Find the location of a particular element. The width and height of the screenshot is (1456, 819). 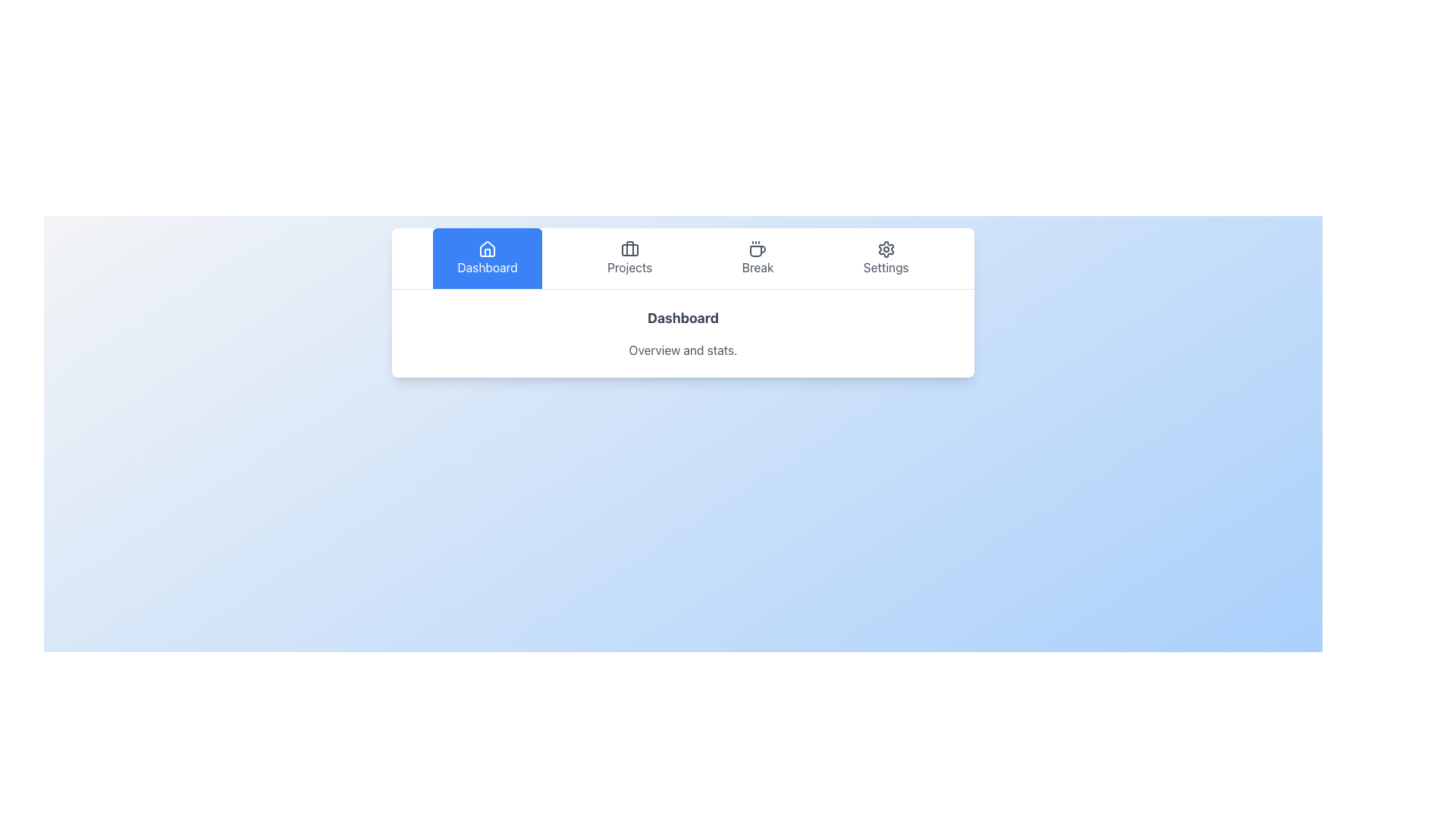

the 'Settings' text label located at the center of the rightmost item in the horizontal navigation bar, which enhances accessibility for the associated gear-shaped icon is located at coordinates (886, 267).